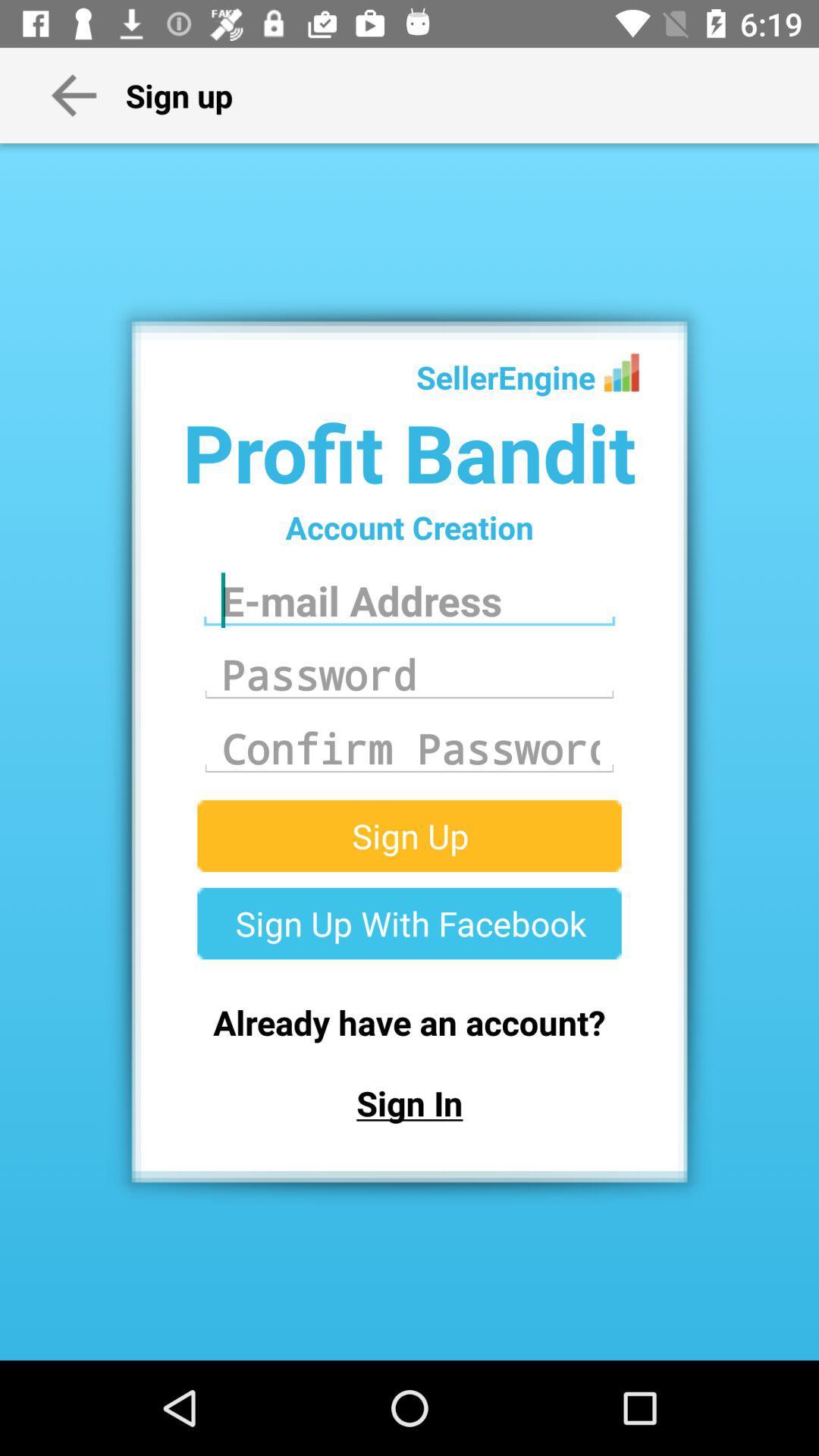  I want to click on item below already have an item, so click(409, 1103).